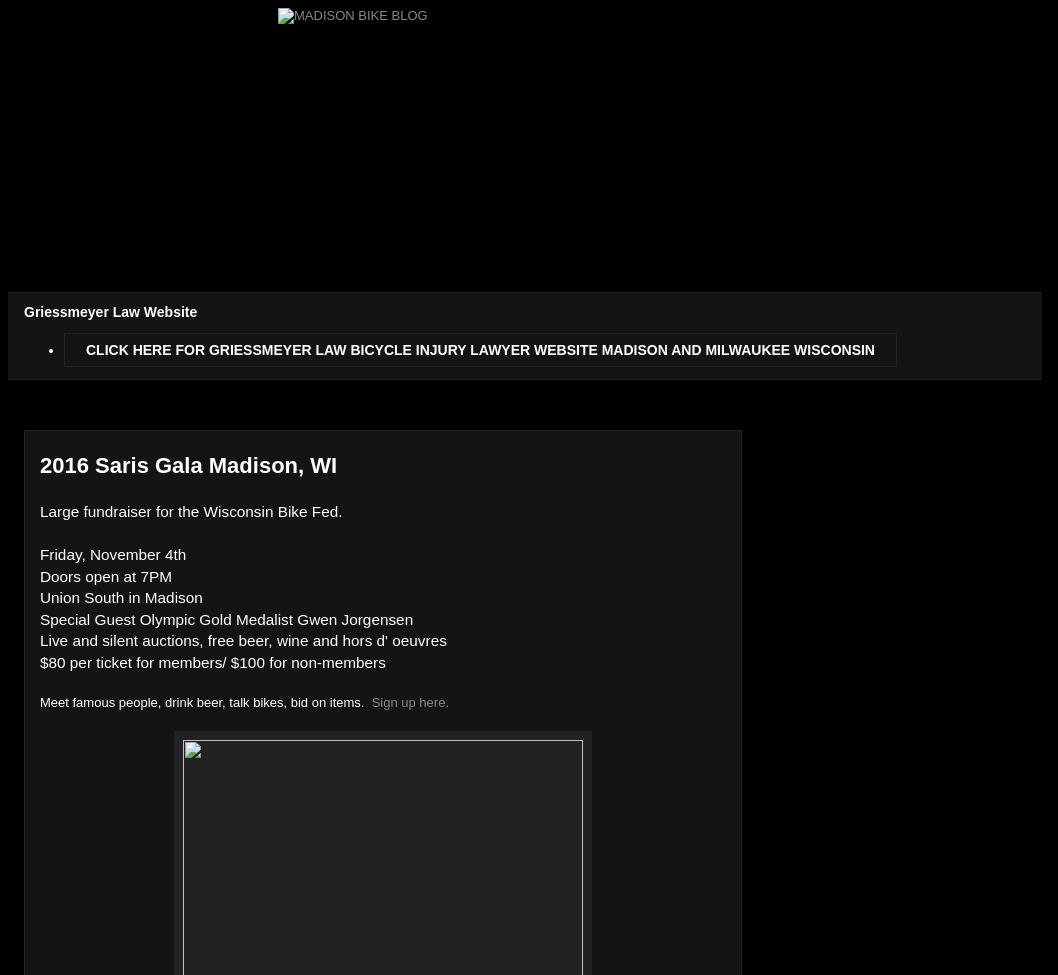  Describe the element at coordinates (120, 597) in the screenshot. I see `'Union South in Madison'` at that location.